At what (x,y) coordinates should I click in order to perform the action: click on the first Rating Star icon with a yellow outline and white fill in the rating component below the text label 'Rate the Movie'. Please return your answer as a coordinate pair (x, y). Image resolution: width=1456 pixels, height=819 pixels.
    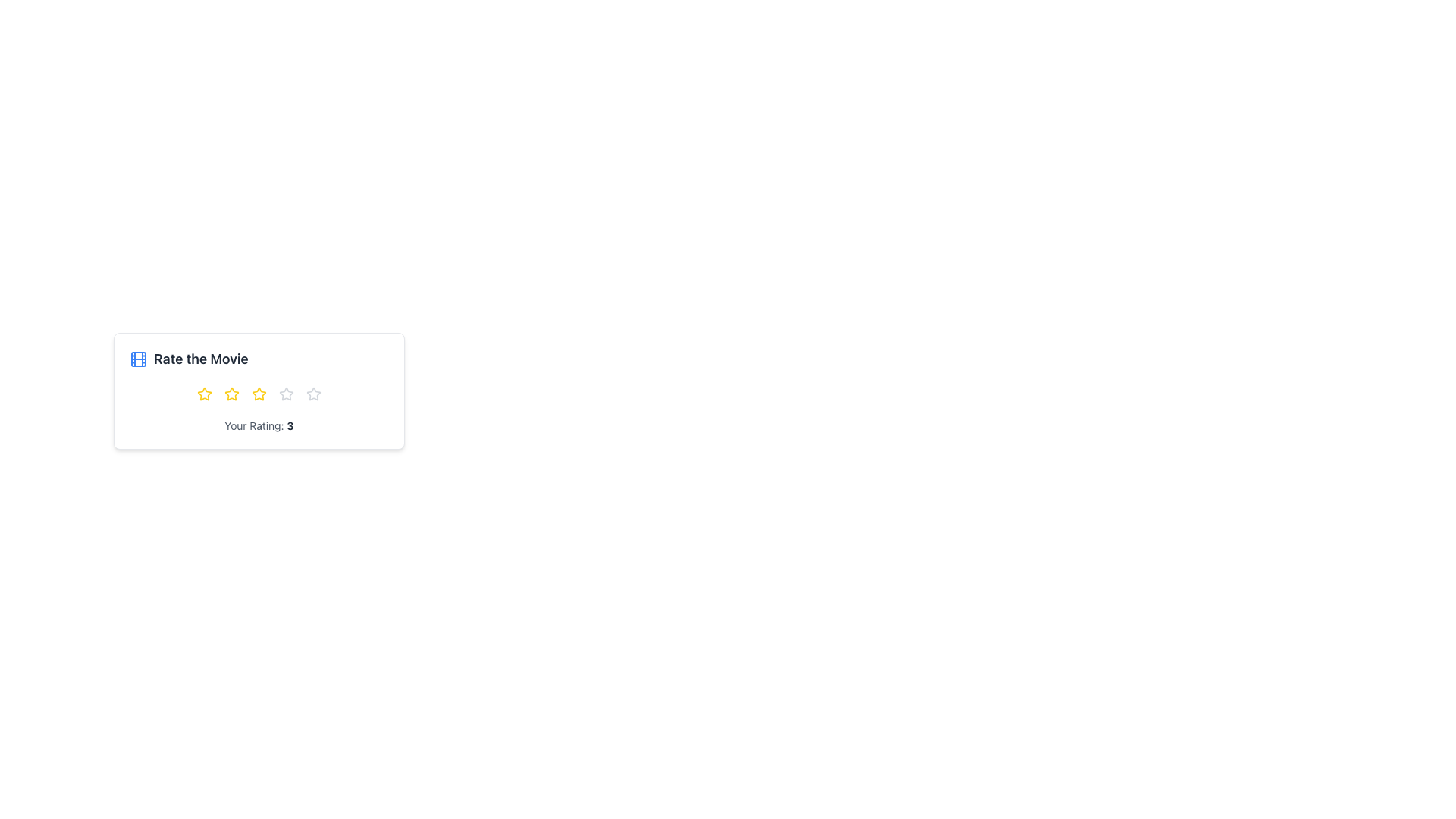
    Looking at the image, I should click on (203, 393).